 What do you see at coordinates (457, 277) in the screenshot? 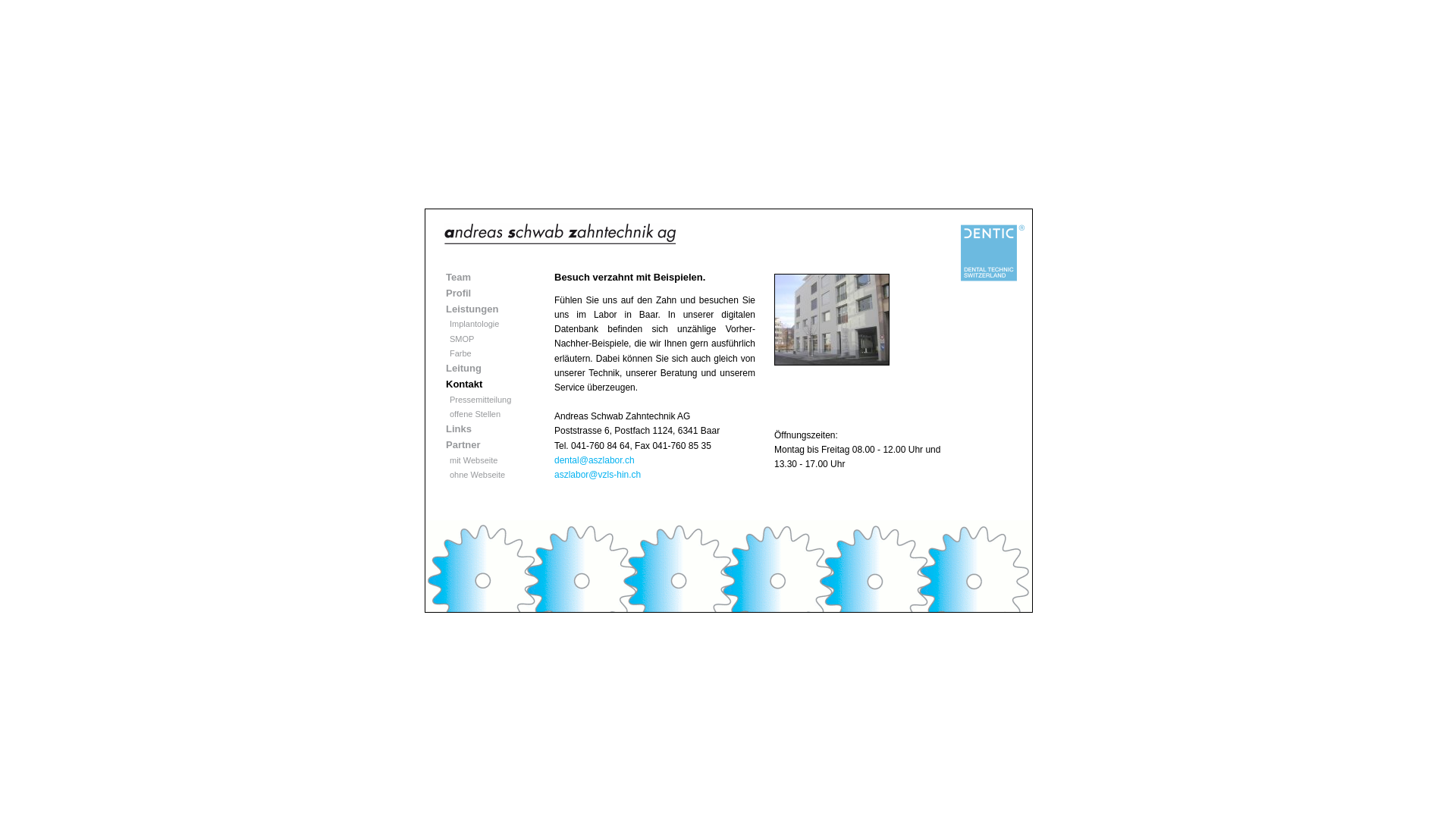
I see `'Team'` at bounding box center [457, 277].